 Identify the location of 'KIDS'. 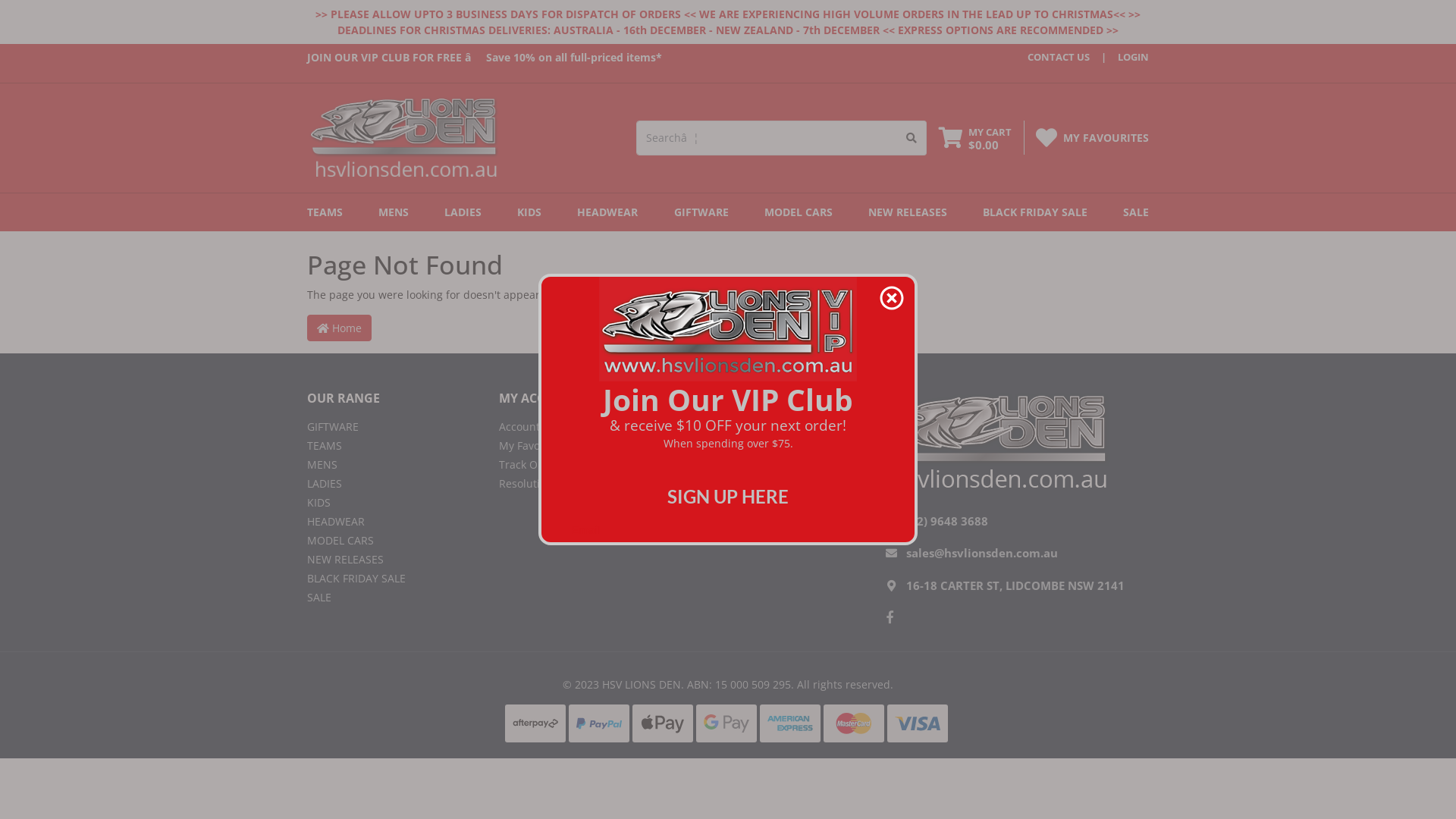
(529, 212).